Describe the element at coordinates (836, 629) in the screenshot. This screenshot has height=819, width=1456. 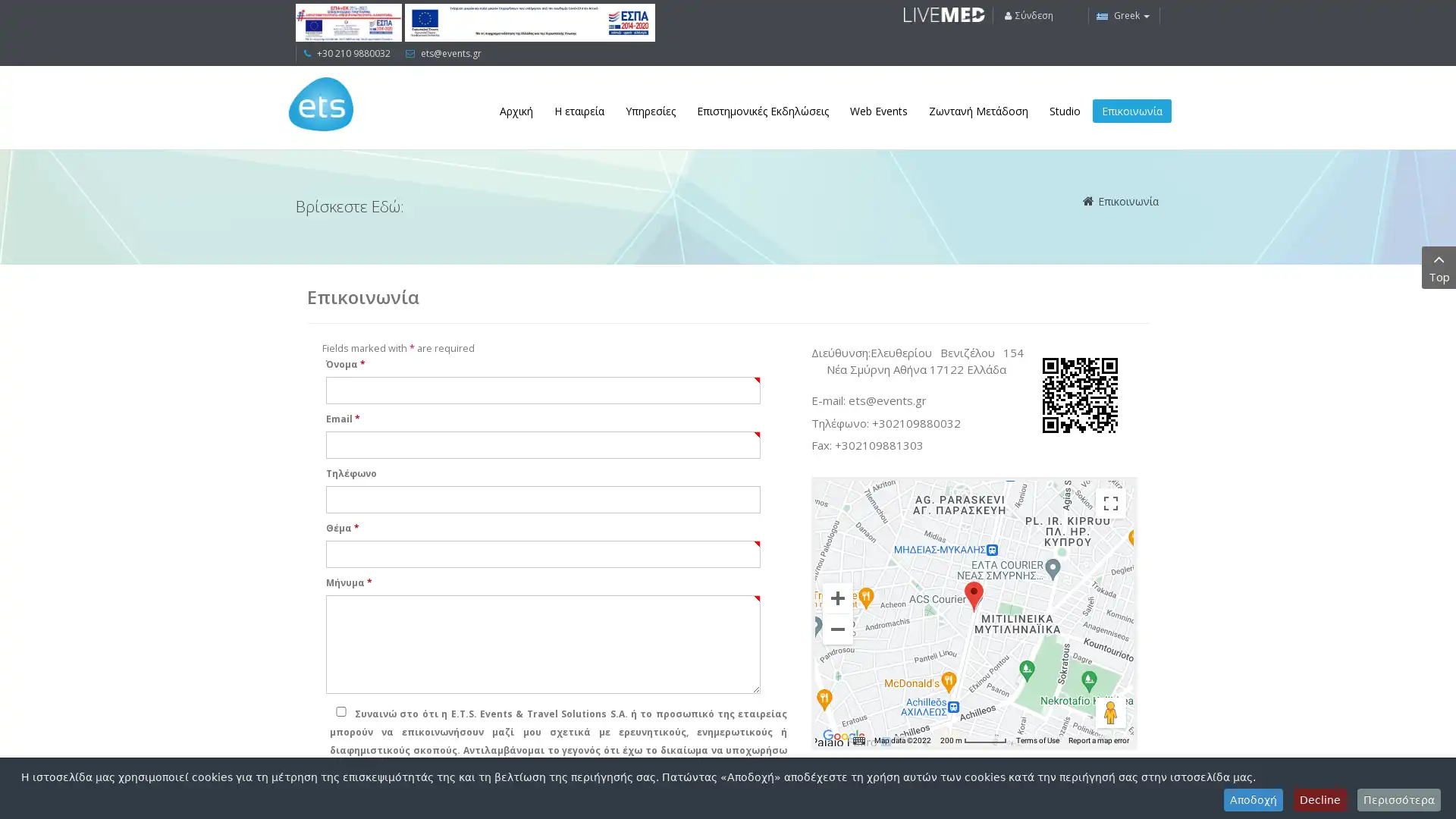
I see `Zoom out` at that location.